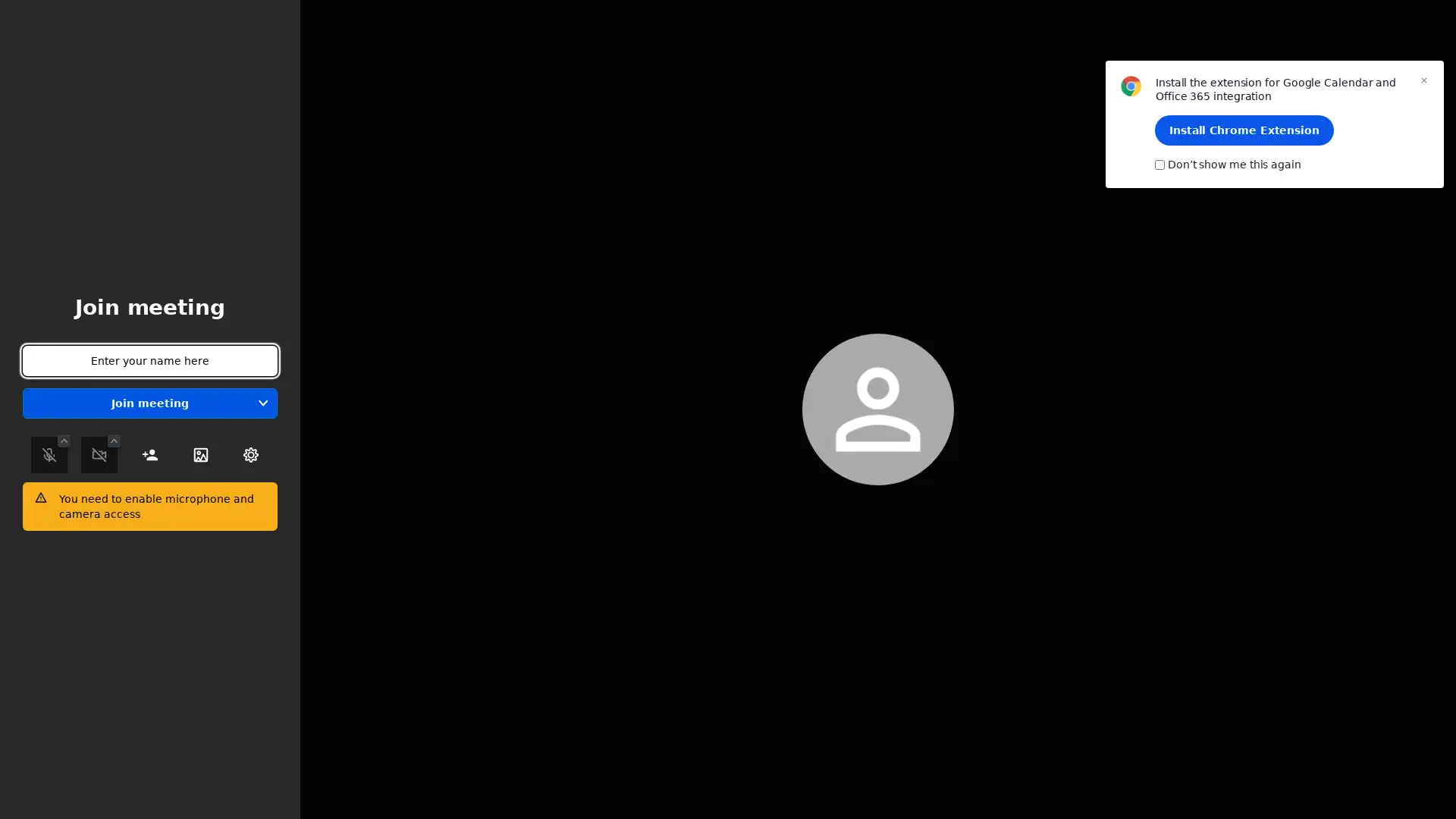 The height and width of the screenshot is (819, 1456). Describe the element at coordinates (251, 454) in the screenshot. I see `Toggle settings` at that location.